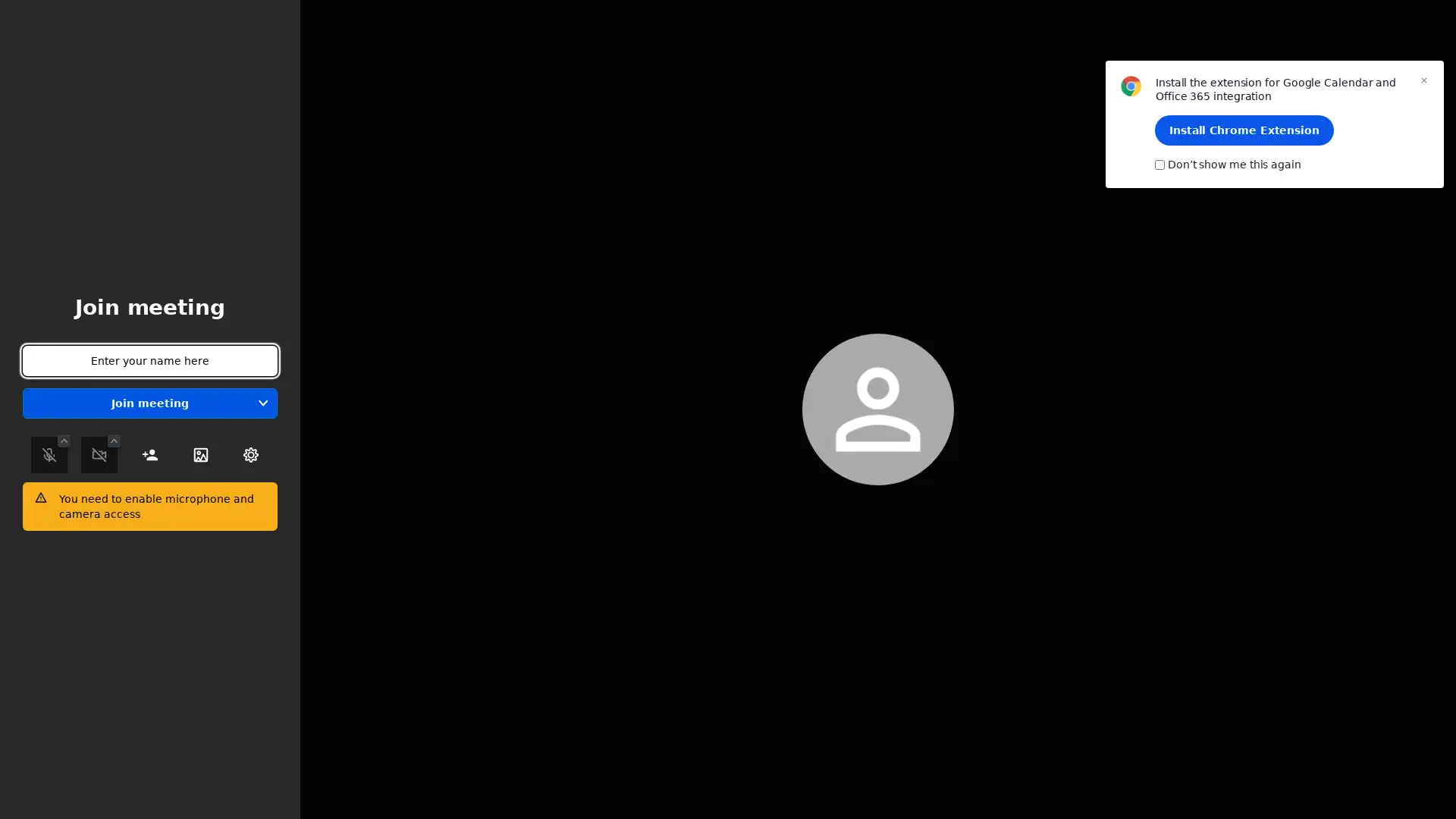 The height and width of the screenshot is (819, 1456). Describe the element at coordinates (251, 454) in the screenshot. I see `Toggle settings` at that location.